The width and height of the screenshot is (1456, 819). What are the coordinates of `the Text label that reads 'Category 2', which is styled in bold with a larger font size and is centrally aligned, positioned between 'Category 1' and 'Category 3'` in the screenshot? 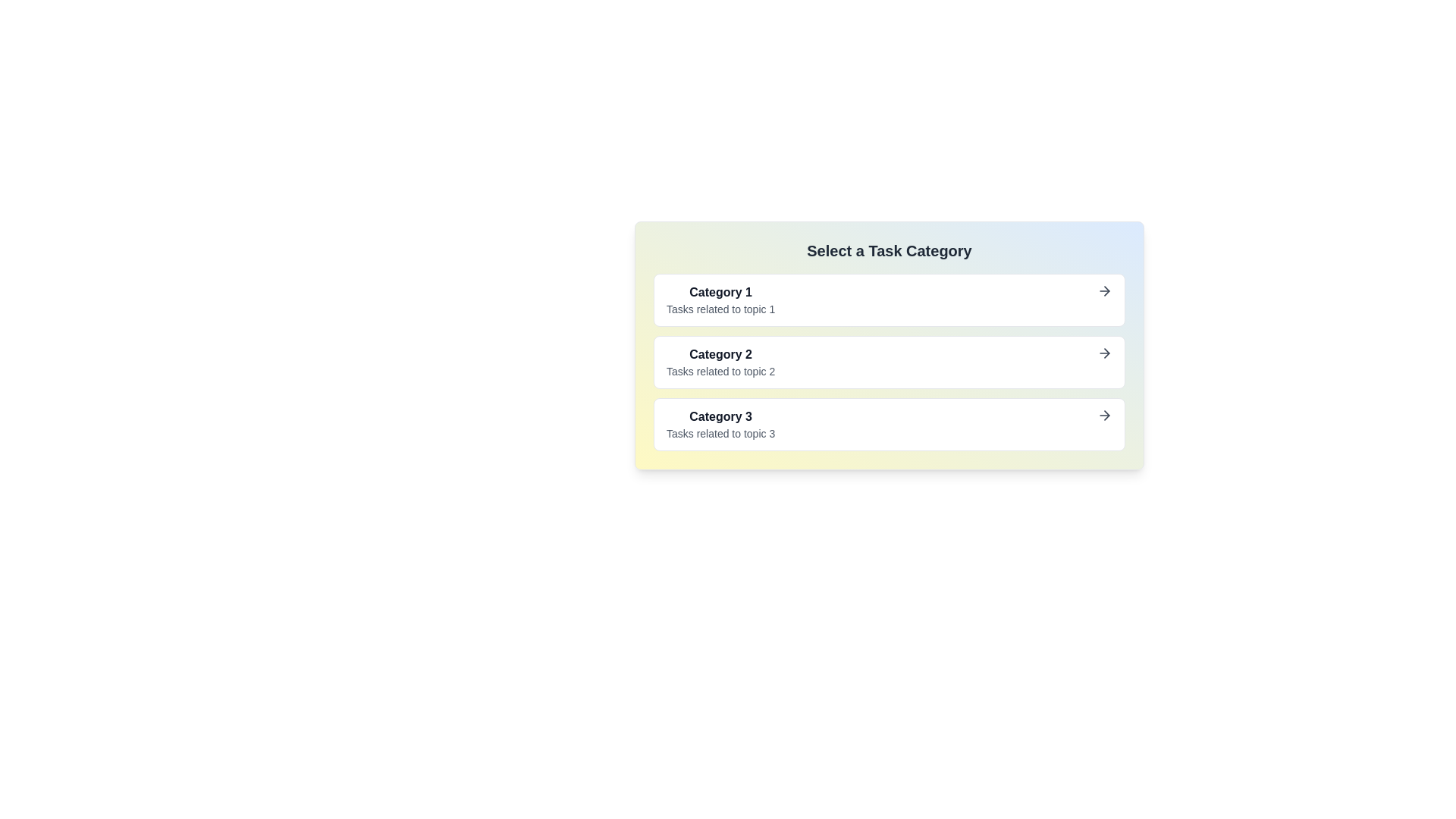 It's located at (720, 362).